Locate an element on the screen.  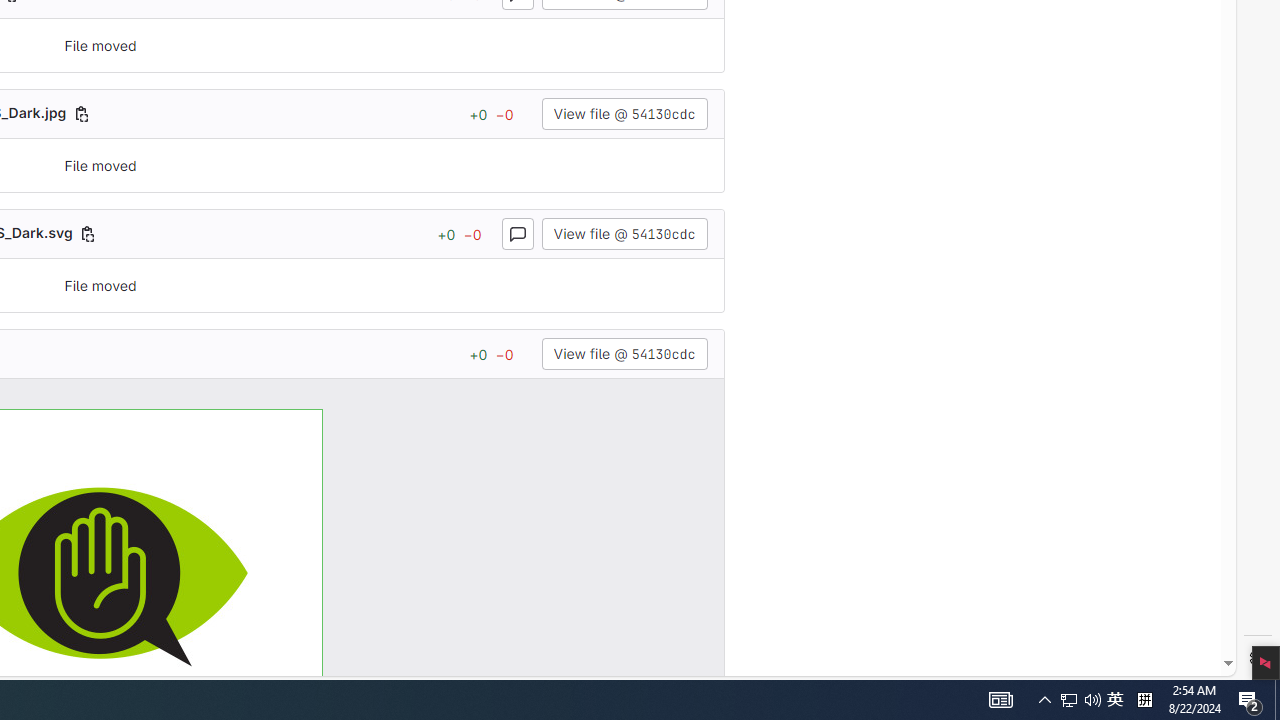
'Toggle comments for this file' is located at coordinates (517, 233).